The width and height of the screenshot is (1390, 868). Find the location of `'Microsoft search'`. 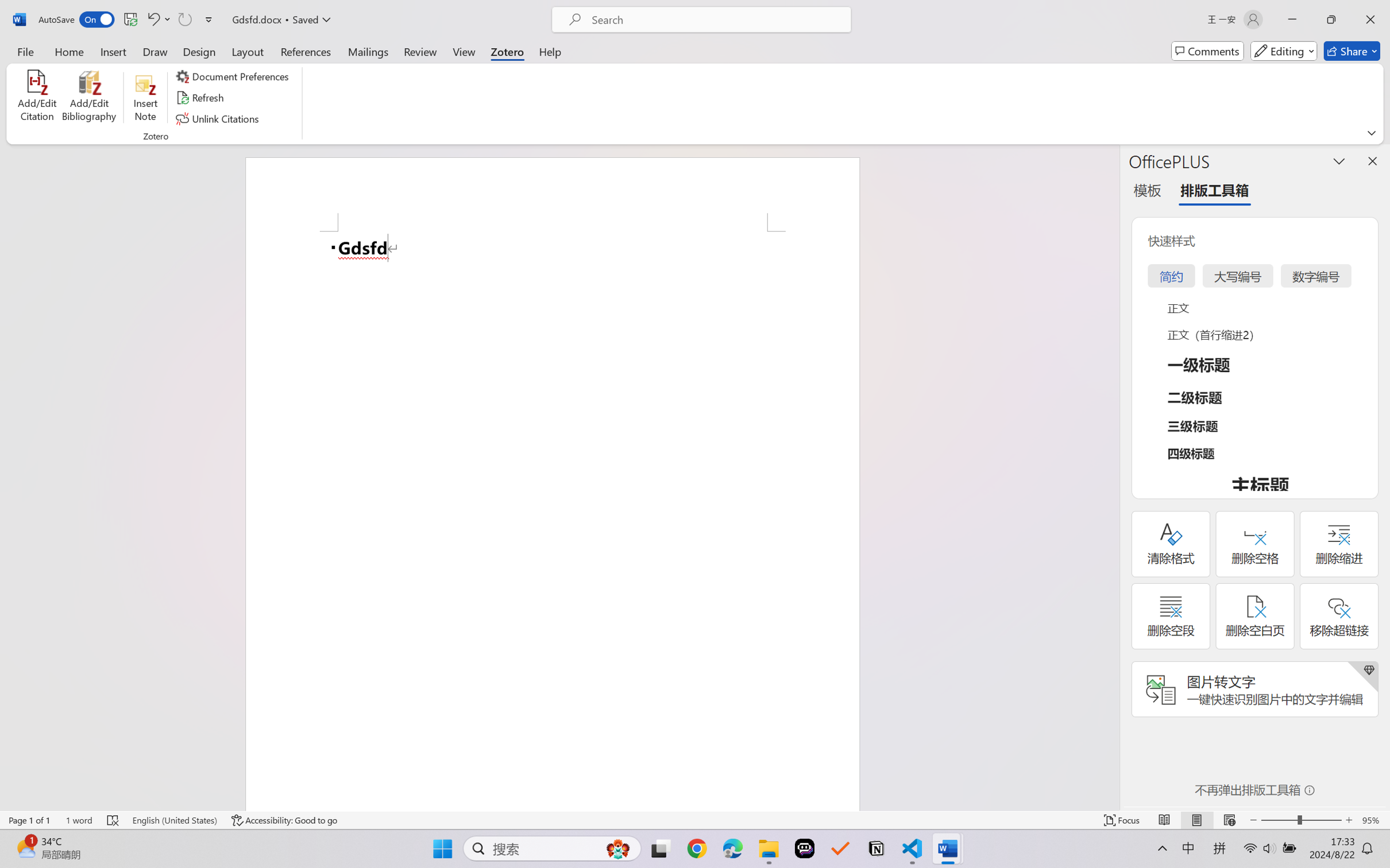

'Microsoft search' is located at coordinates (716, 19).